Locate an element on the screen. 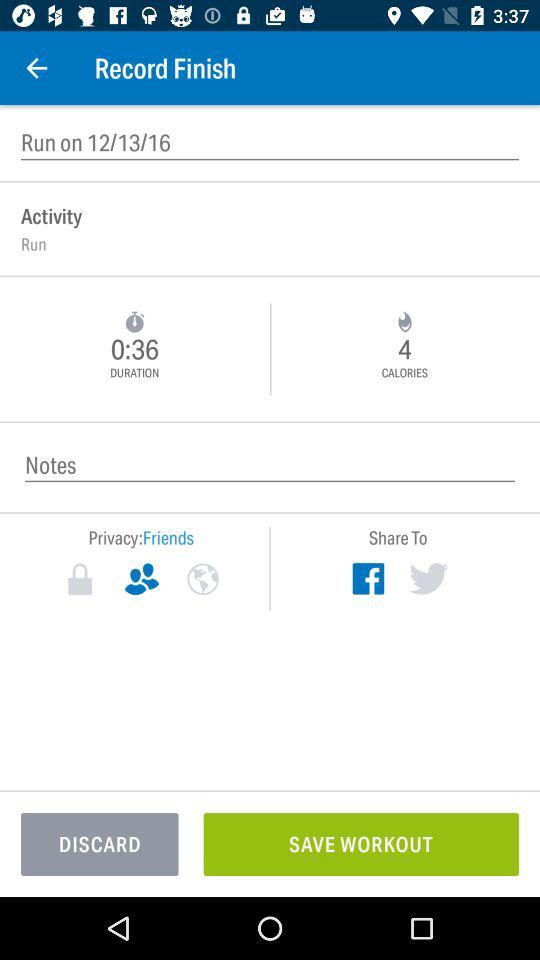 Image resolution: width=540 pixels, height=960 pixels. save workout is located at coordinates (360, 843).